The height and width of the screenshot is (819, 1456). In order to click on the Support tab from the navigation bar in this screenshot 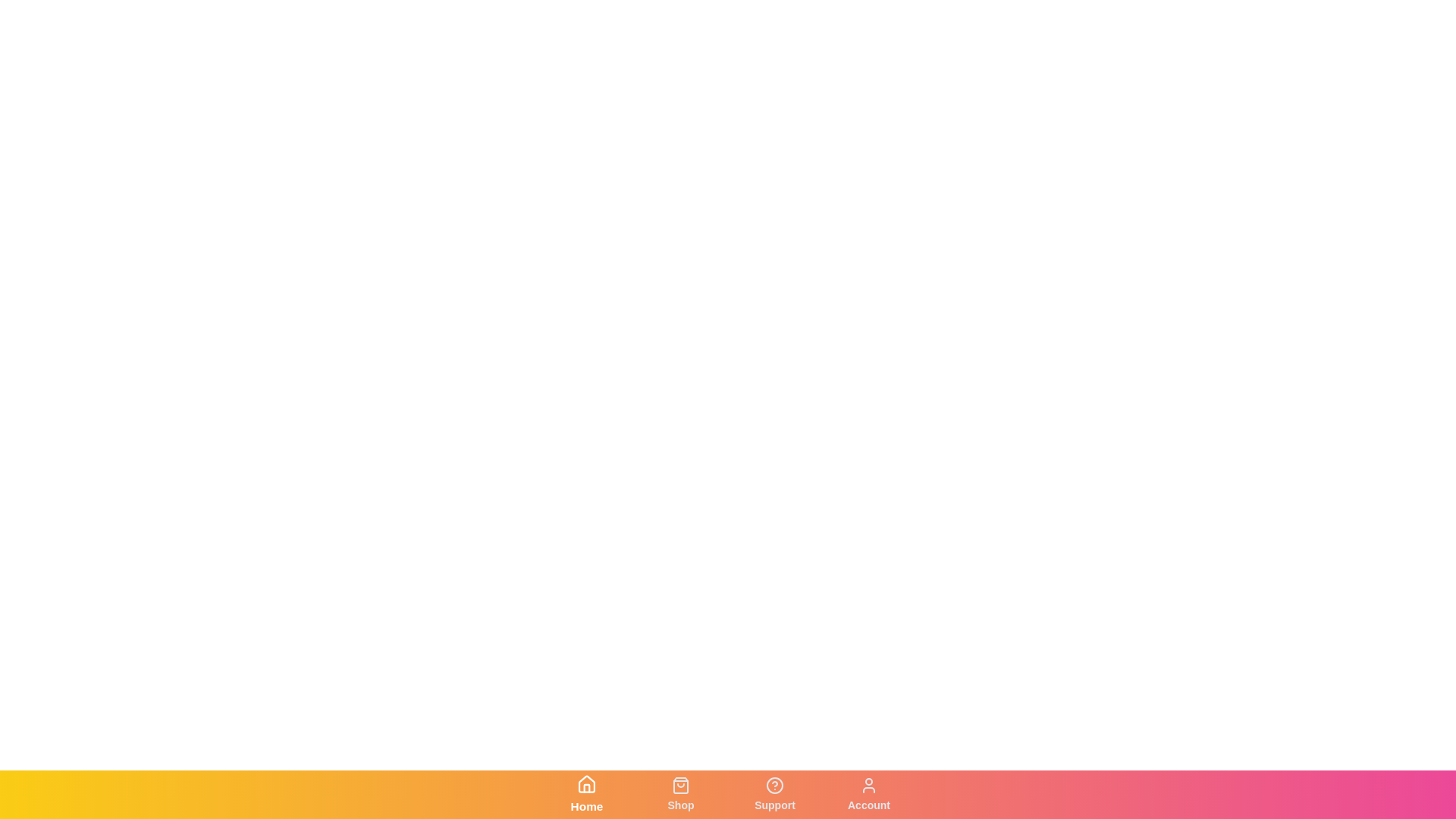, I will do `click(775, 794)`.